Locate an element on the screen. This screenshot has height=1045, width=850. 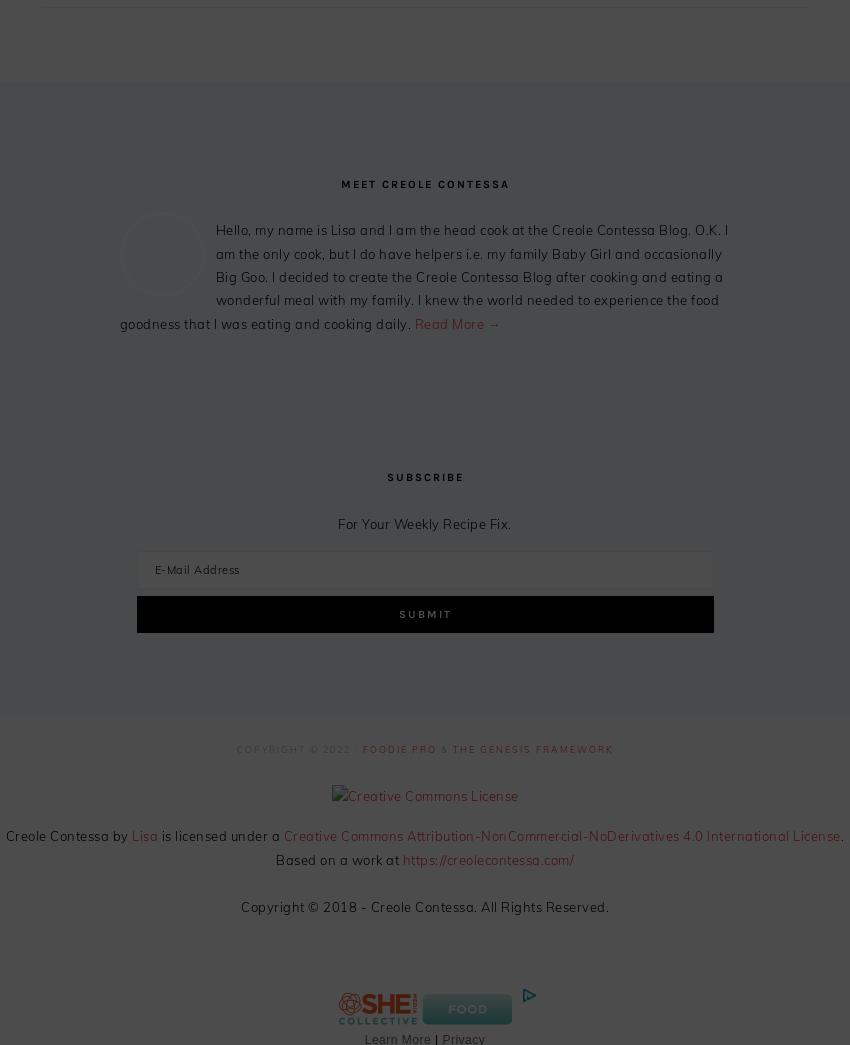
'Based on a work at' is located at coordinates (338, 857).